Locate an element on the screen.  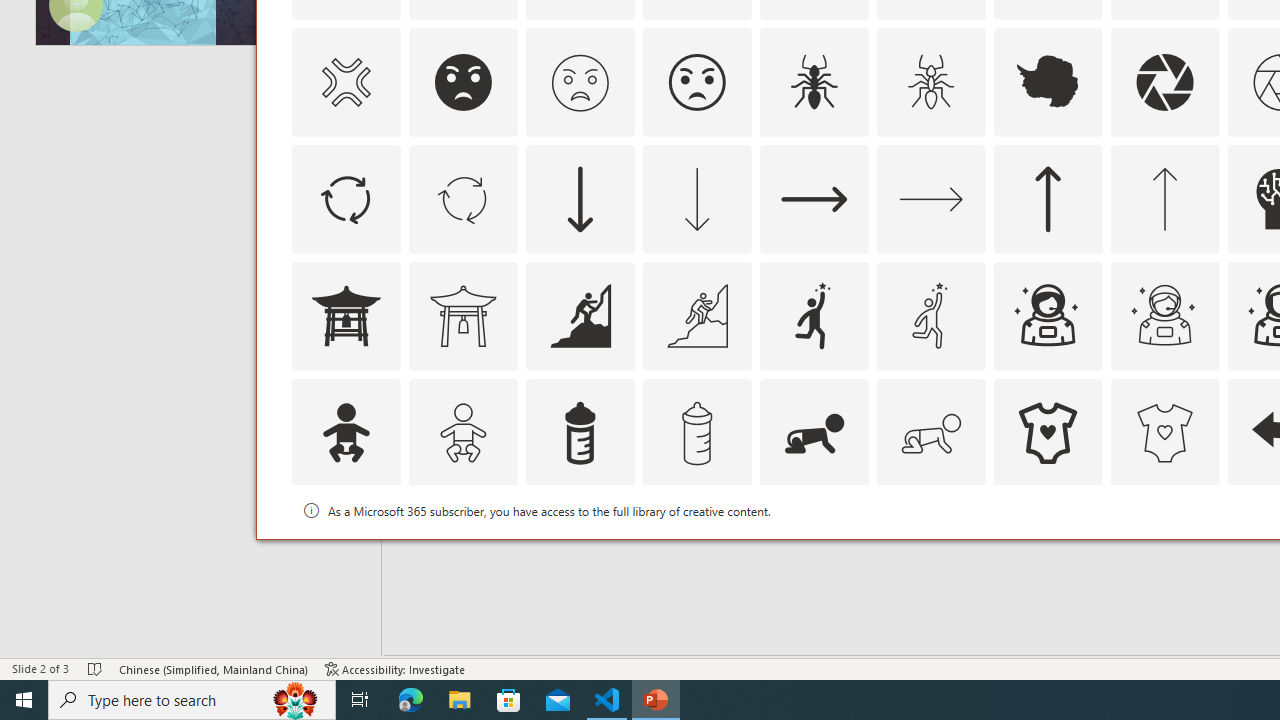
'AutomationID: Icons_Ant_M' is located at coordinates (929, 81).